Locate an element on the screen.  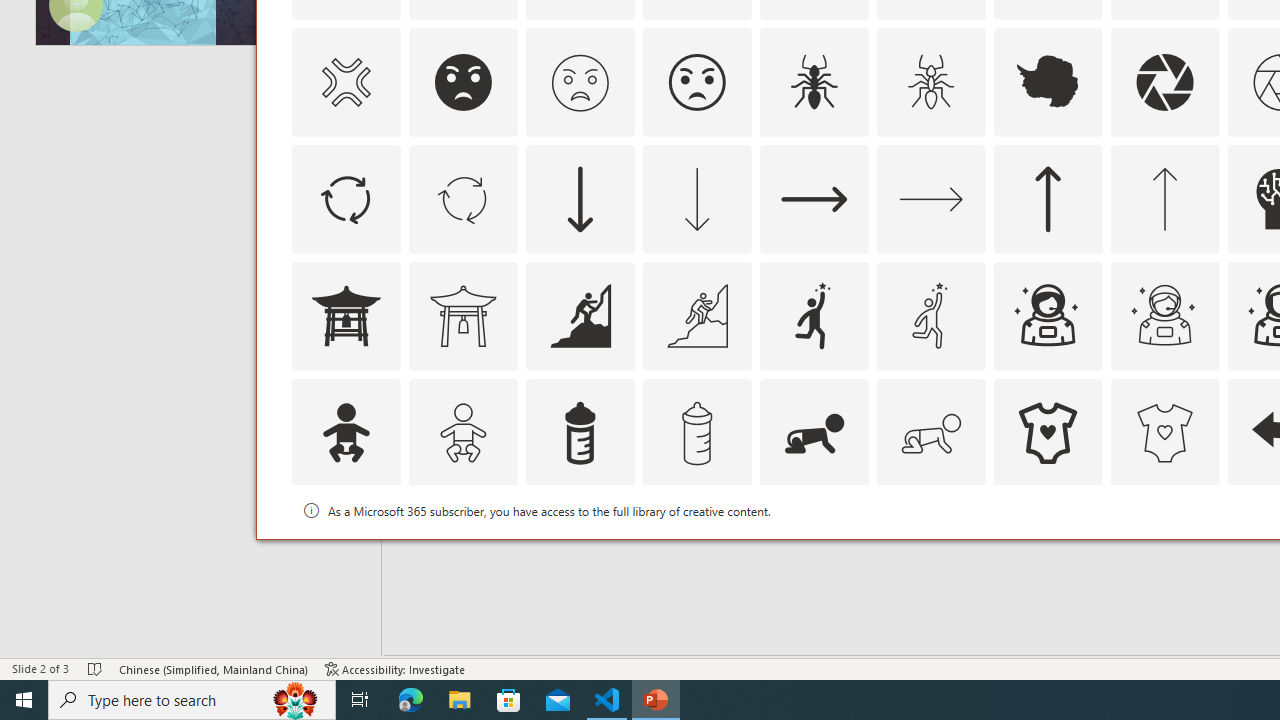
'AutomationID: Icons_Ant_M' is located at coordinates (929, 81).